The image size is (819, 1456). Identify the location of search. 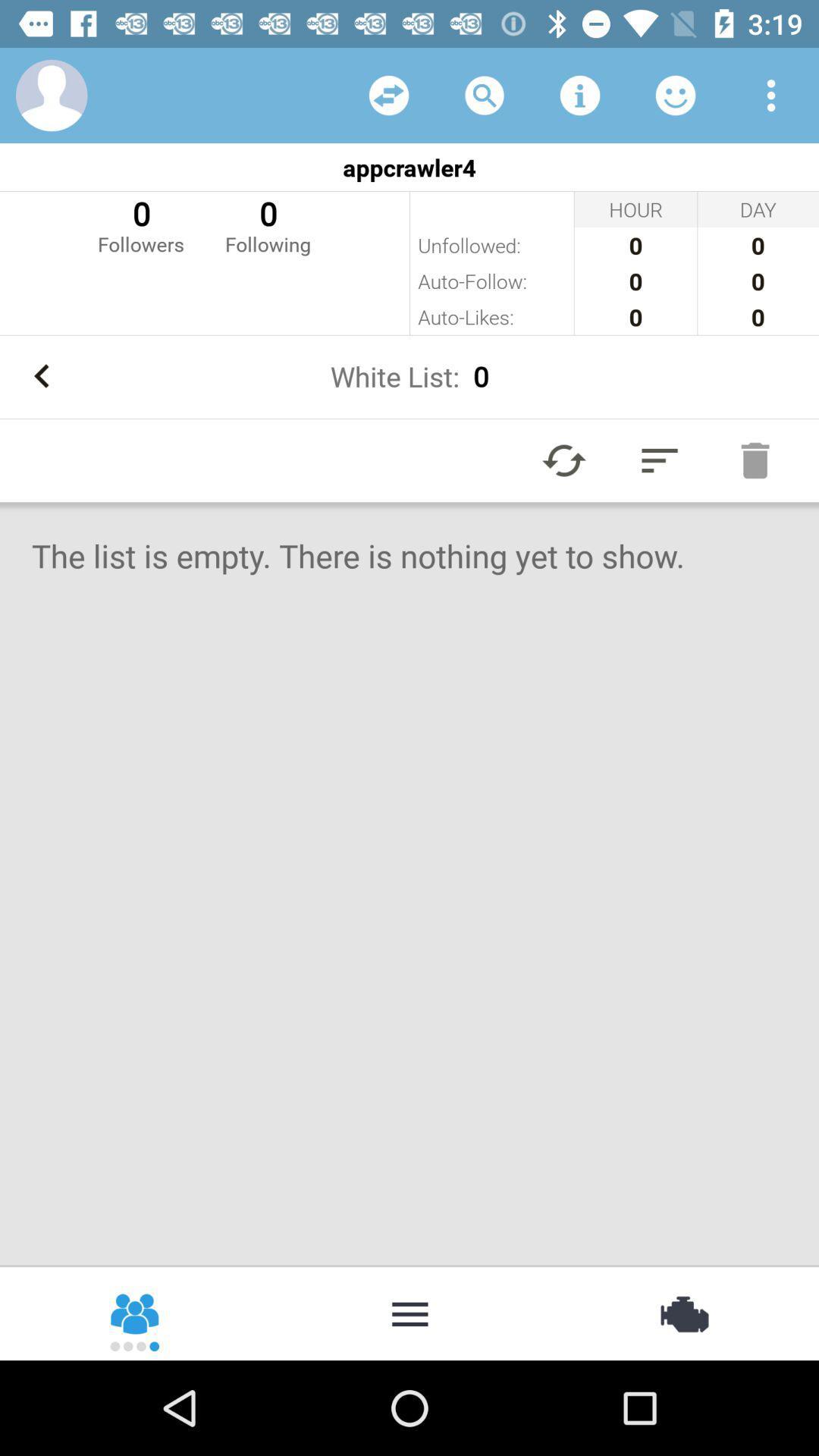
(485, 94).